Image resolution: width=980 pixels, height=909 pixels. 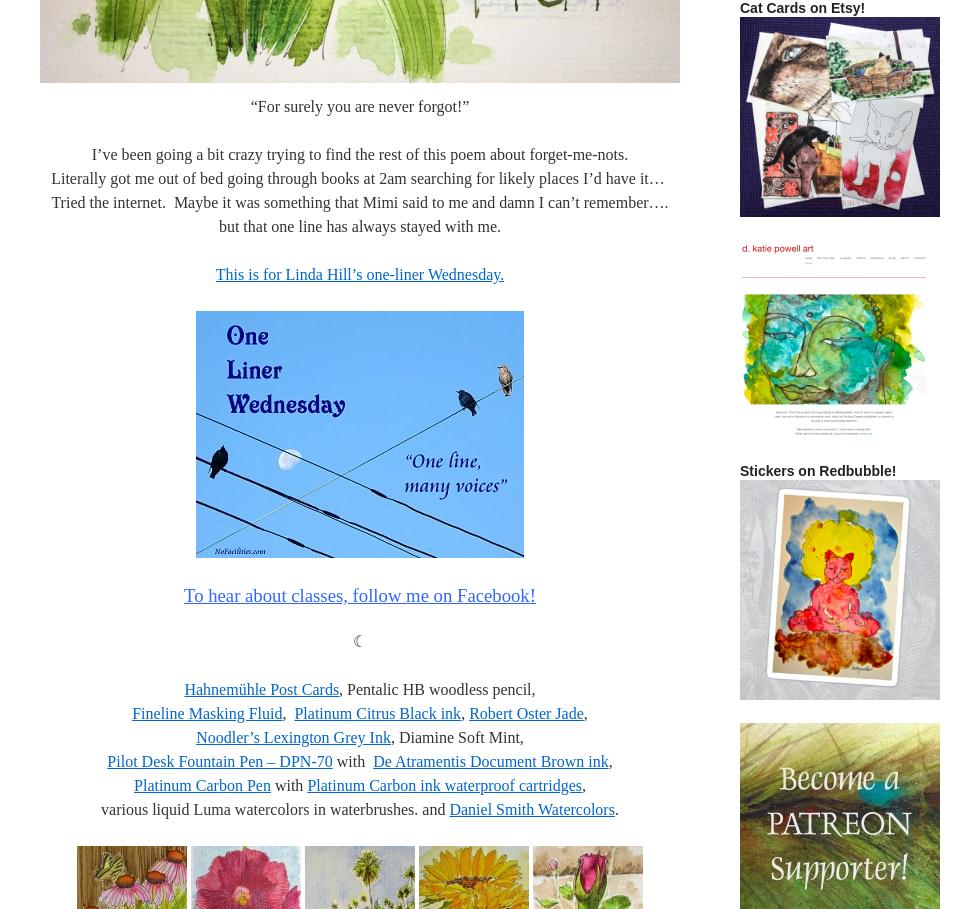 What do you see at coordinates (377, 712) in the screenshot?
I see `'Platinum Citrus Black ink'` at bounding box center [377, 712].